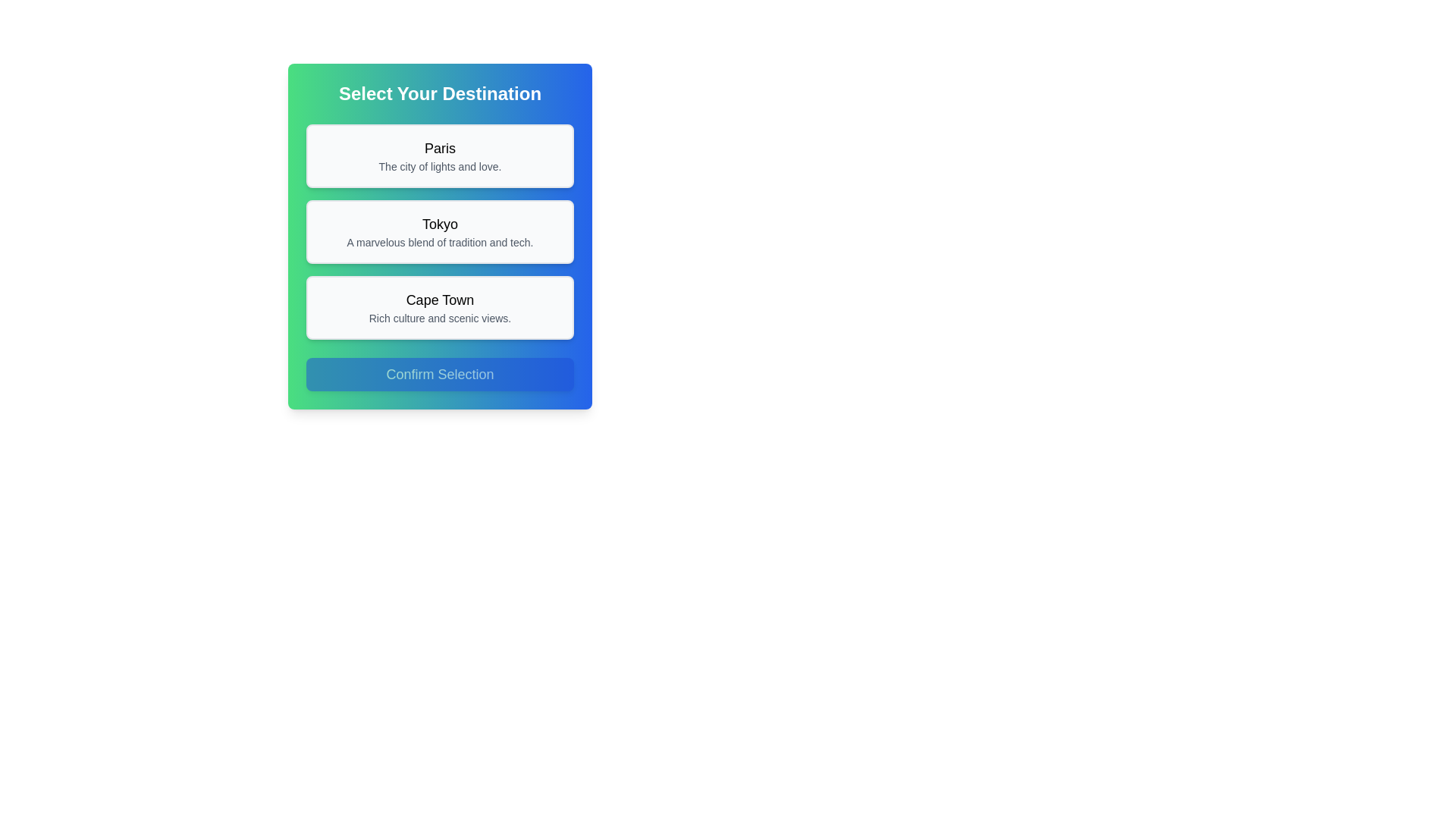  I want to click on the list item presenting the title 'Cape Town', so click(439, 307).